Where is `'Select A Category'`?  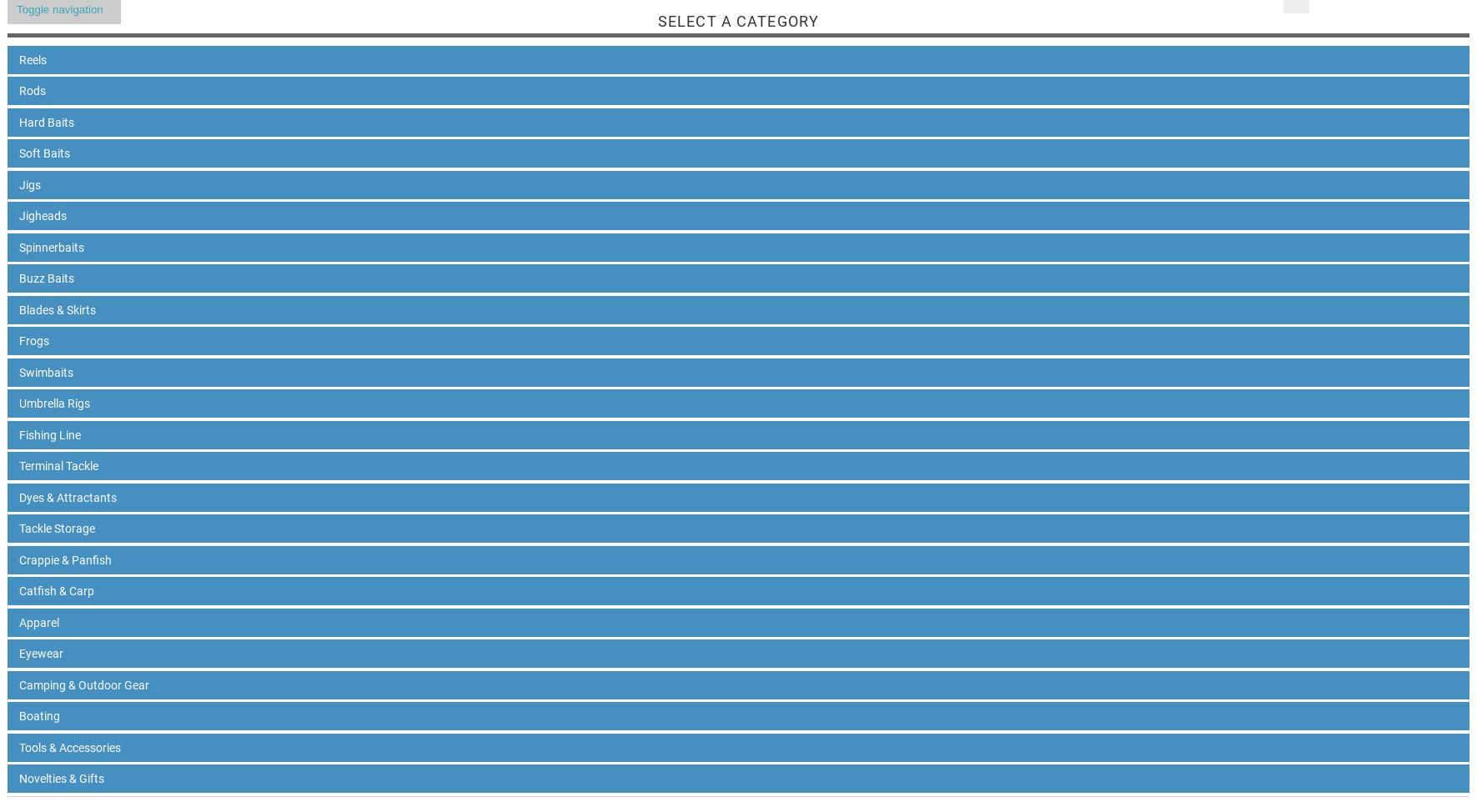 'Select A Category' is located at coordinates (656, 21).